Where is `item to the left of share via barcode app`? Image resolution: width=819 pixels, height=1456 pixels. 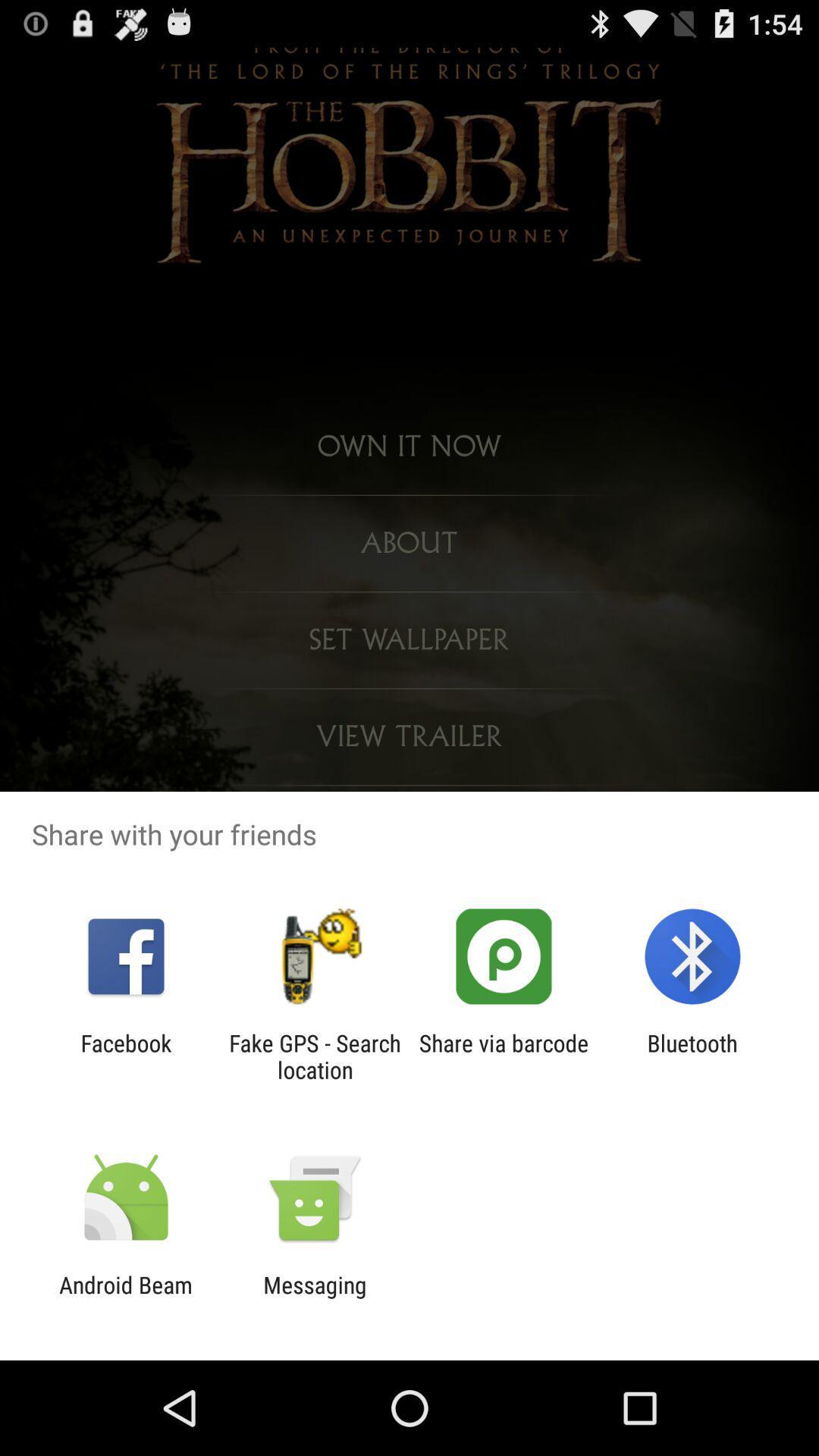 item to the left of share via barcode app is located at coordinates (314, 1056).